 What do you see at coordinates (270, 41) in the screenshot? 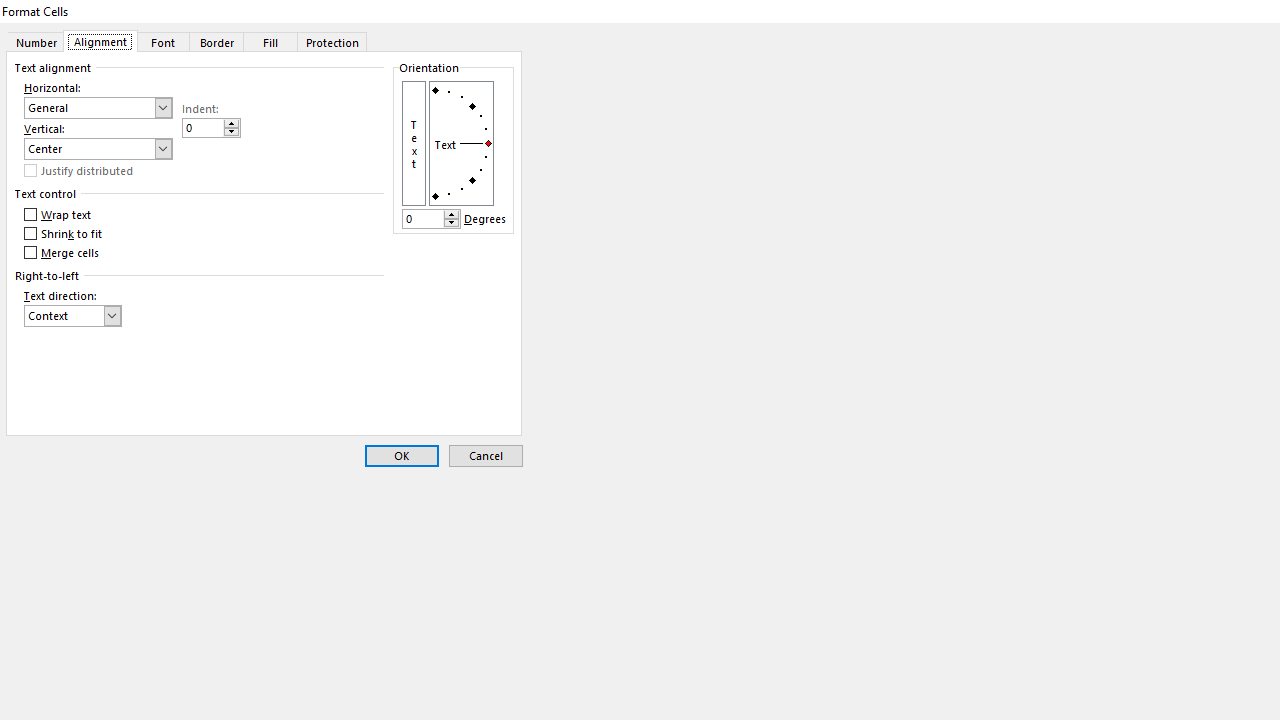
I see `'Fill'` at bounding box center [270, 41].